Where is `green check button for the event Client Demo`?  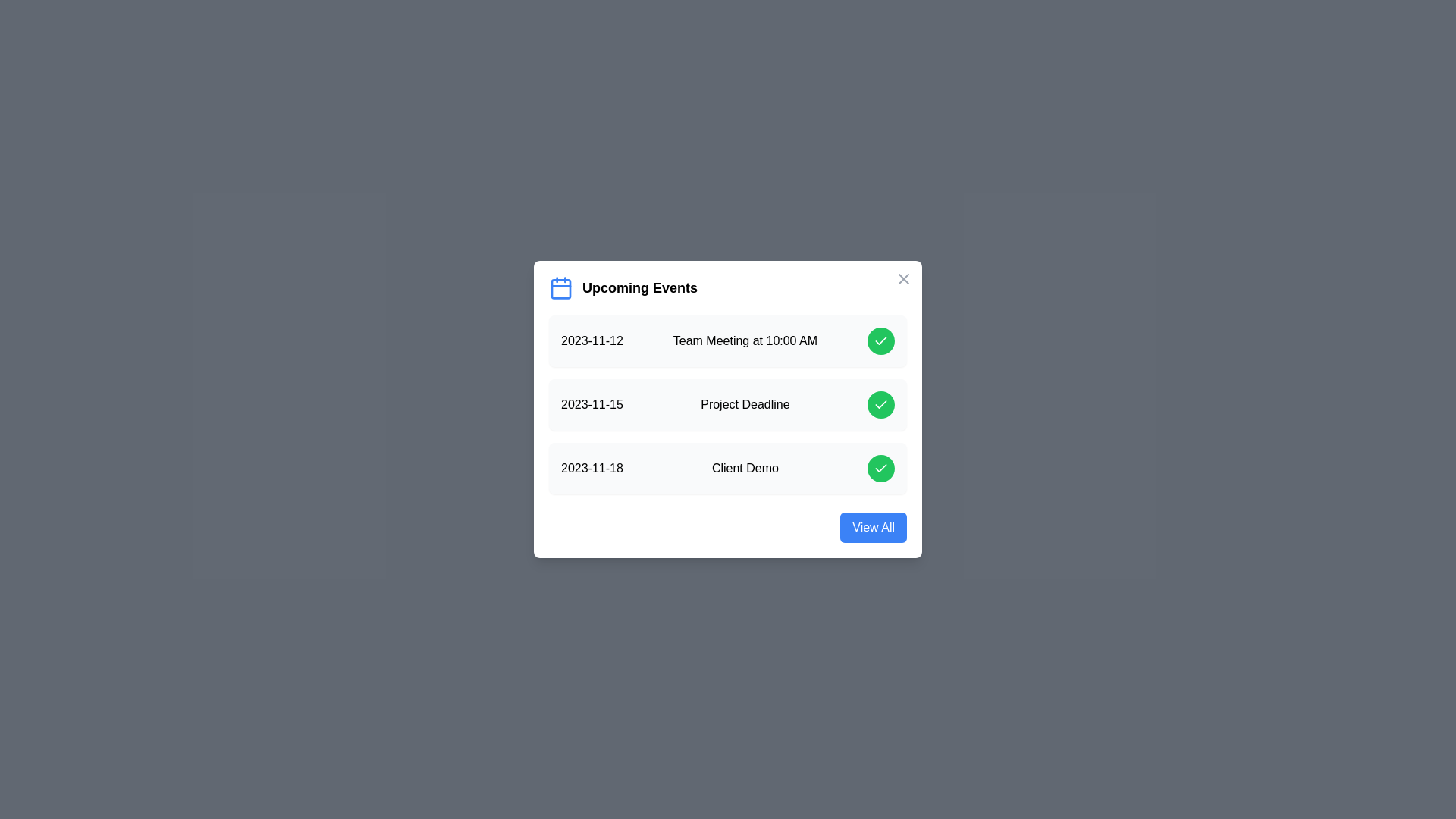 green check button for the event Client Demo is located at coordinates (880, 467).